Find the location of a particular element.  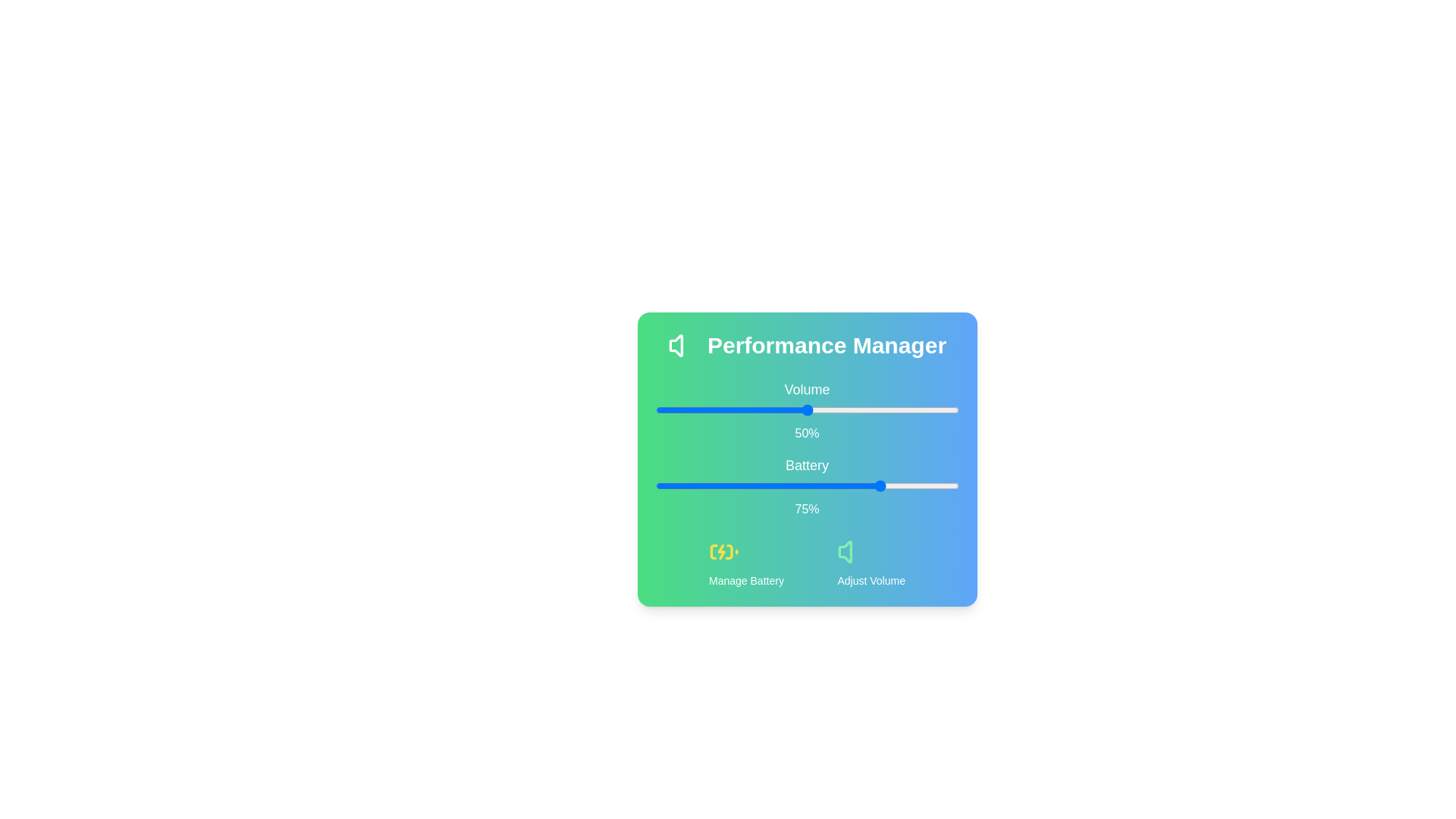

the battery level to 70% by interacting with the slider is located at coordinates (868, 485).